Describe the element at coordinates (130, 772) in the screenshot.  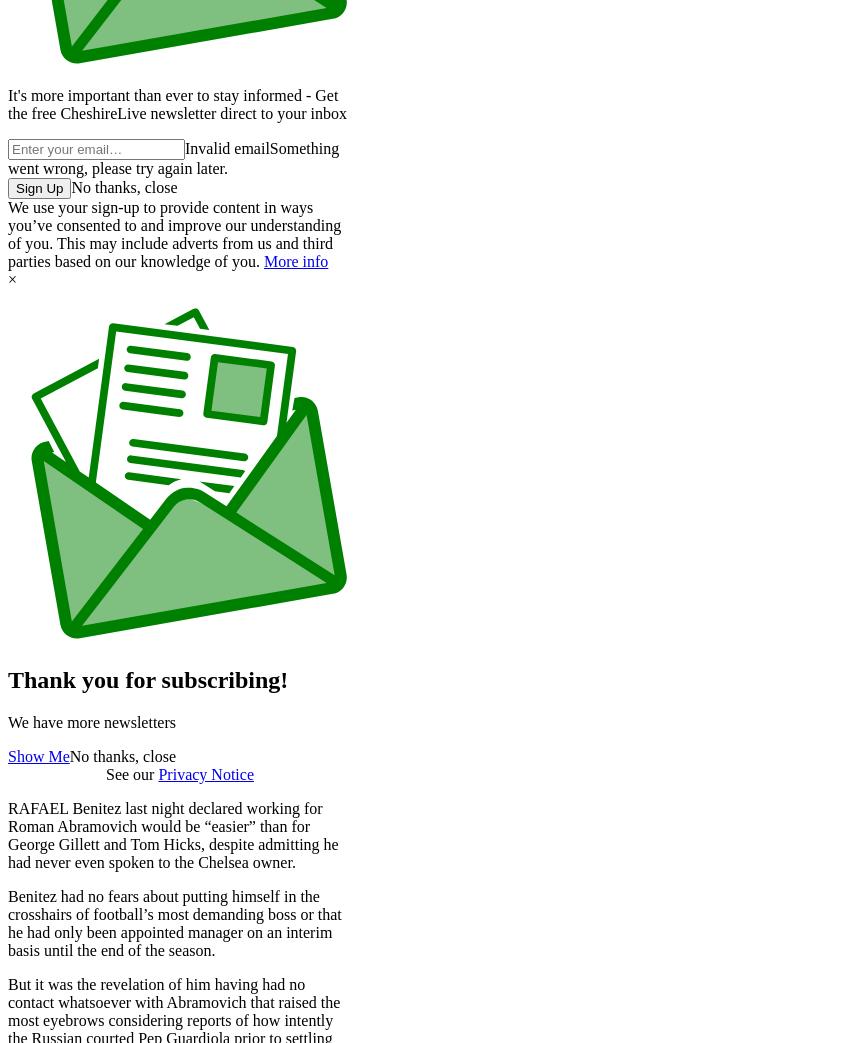
I see `'See our'` at that location.